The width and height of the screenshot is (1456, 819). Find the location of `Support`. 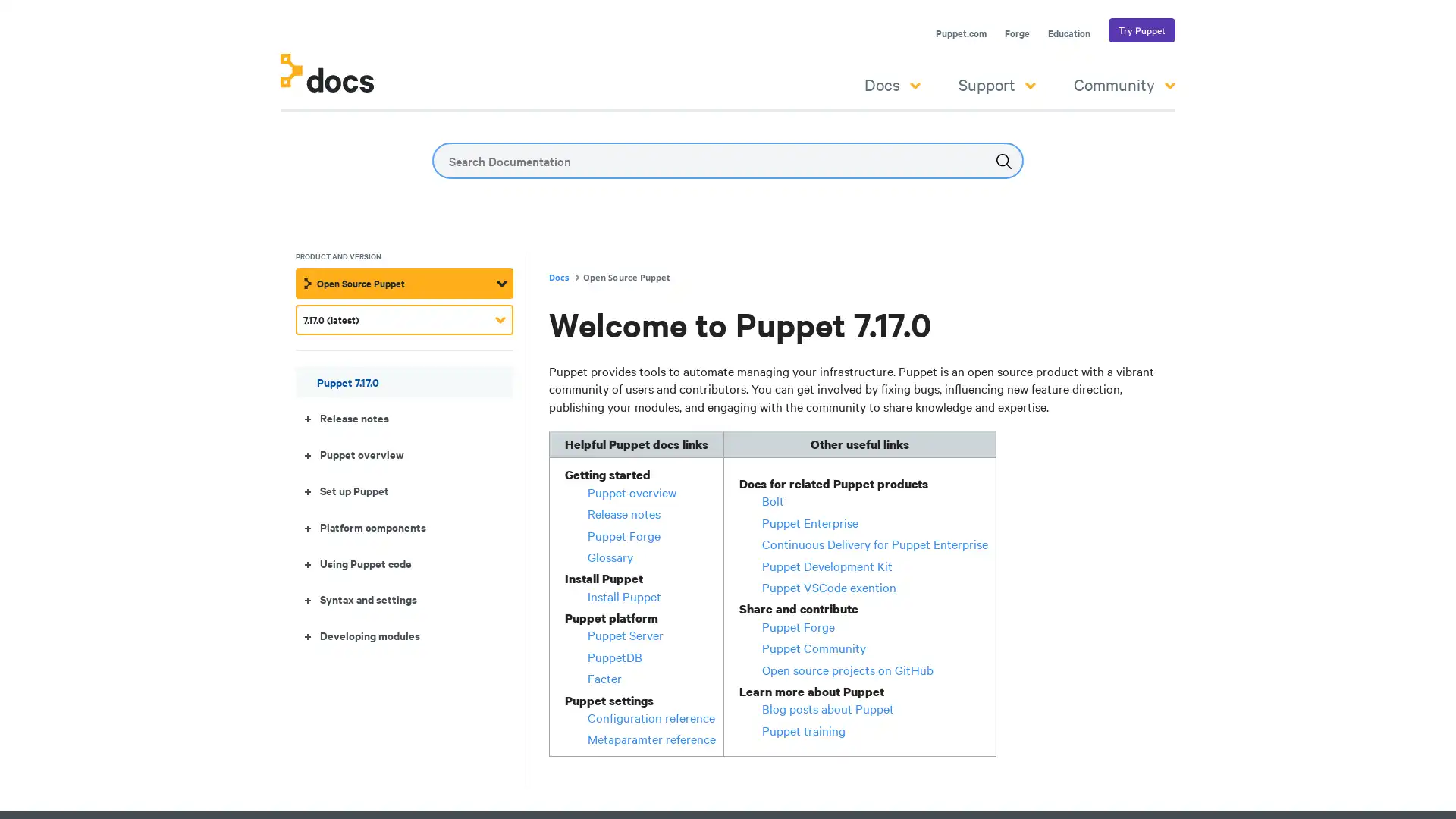

Support is located at coordinates (997, 92).